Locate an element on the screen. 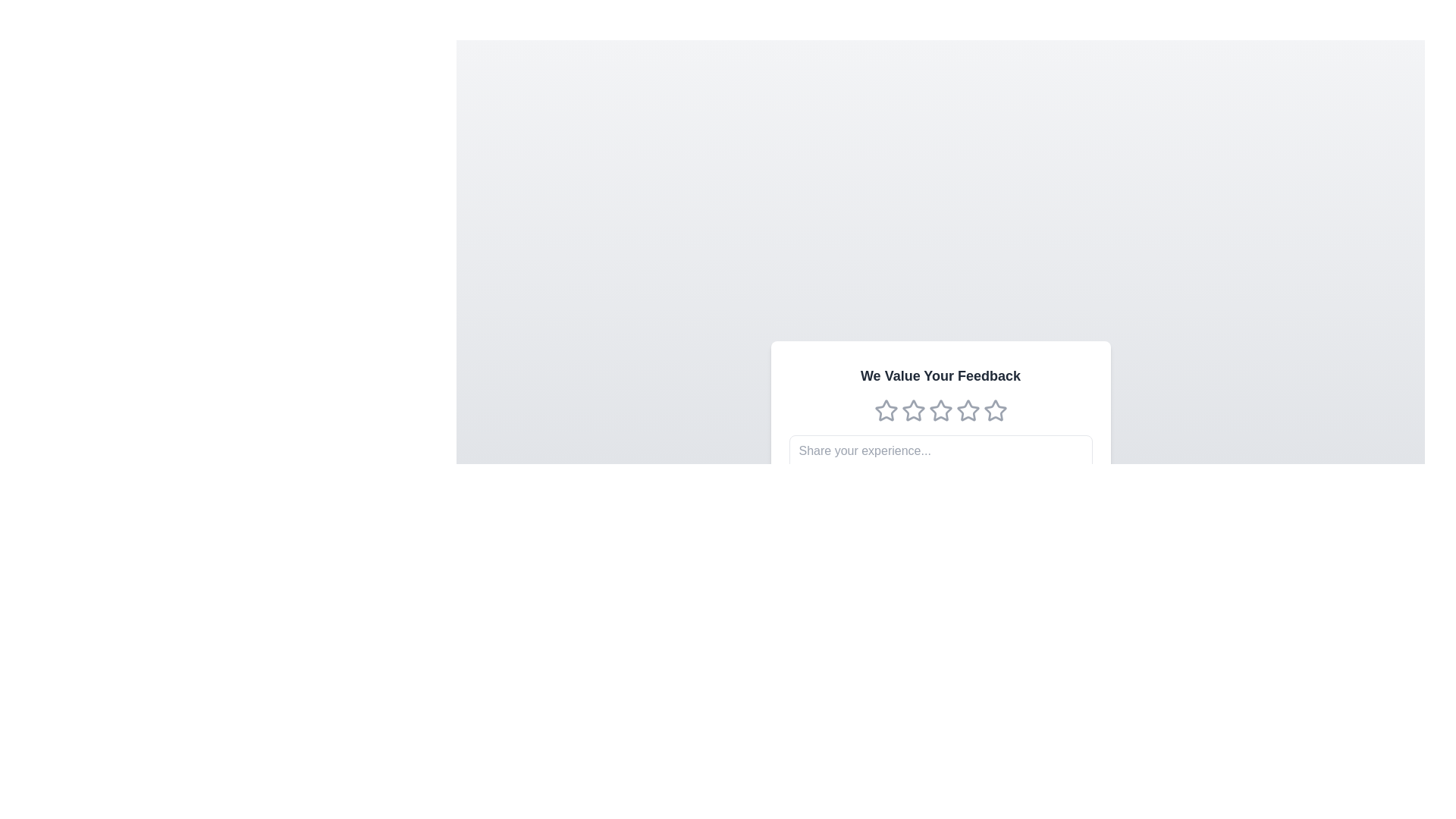  the last star icon in the rating input system is located at coordinates (995, 411).